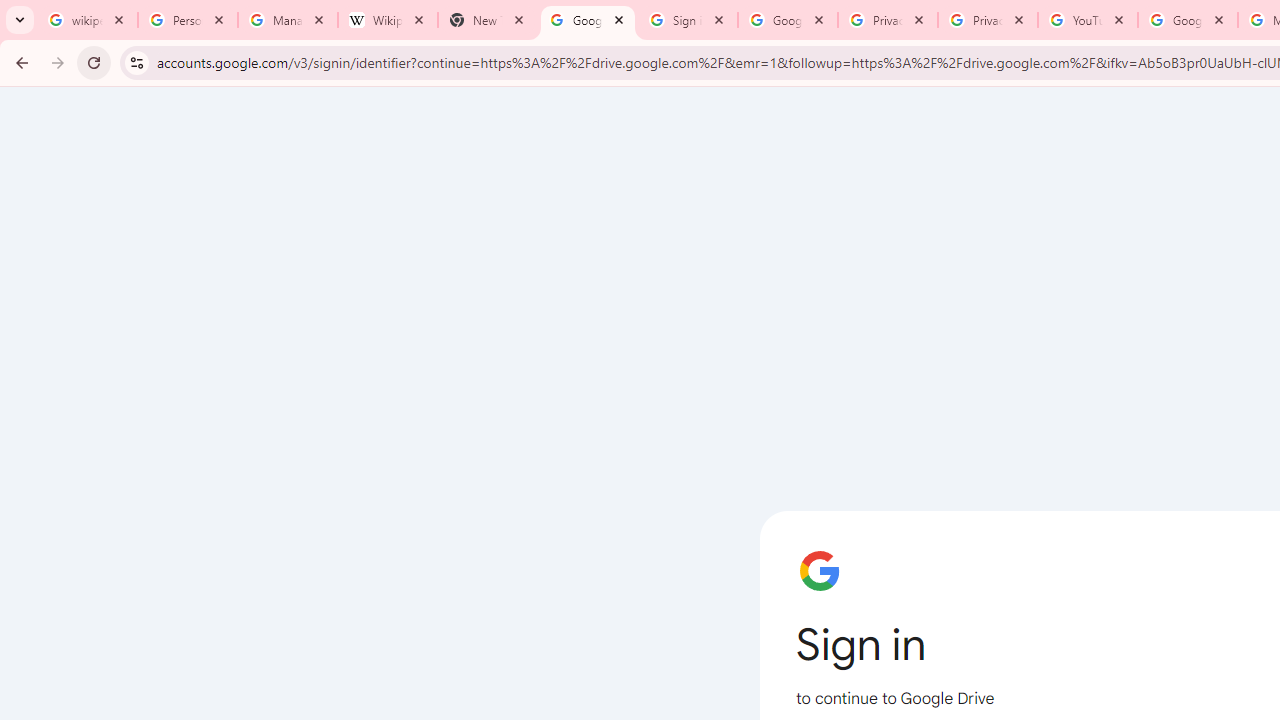  Describe the element at coordinates (787, 20) in the screenshot. I see `'Google Drive: Sign-in'` at that location.